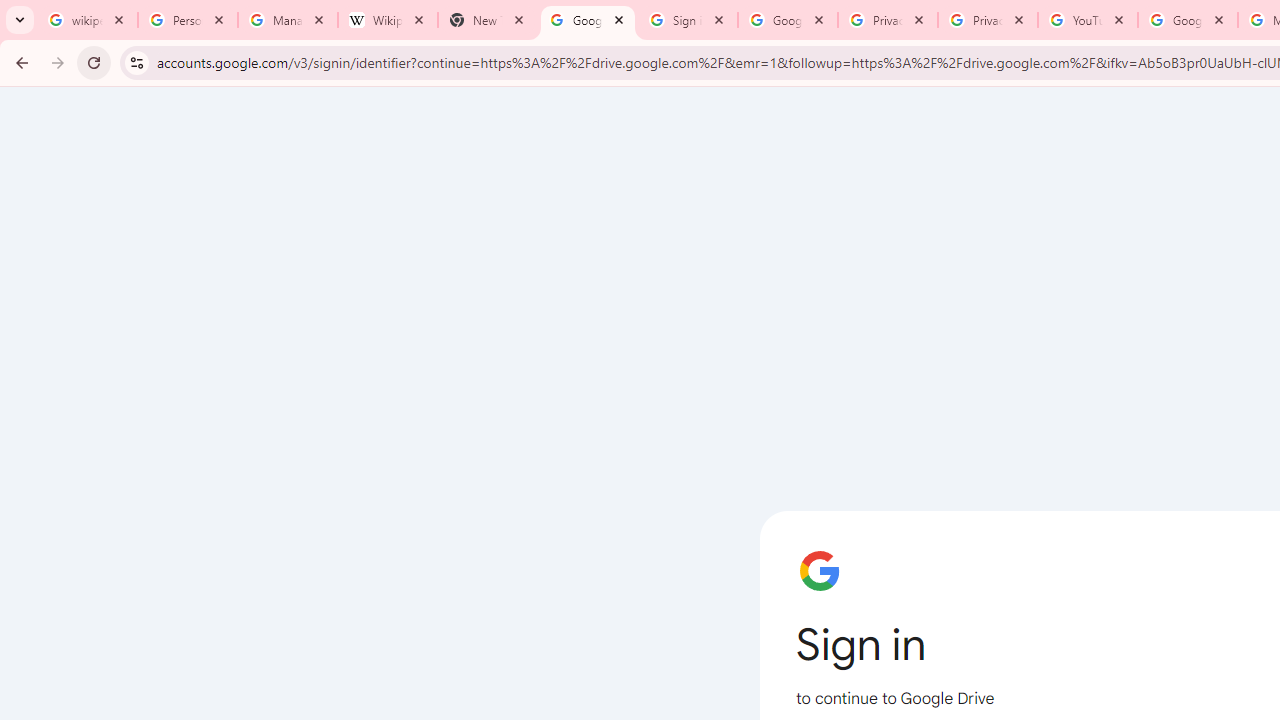  Describe the element at coordinates (787, 20) in the screenshot. I see `'Google Drive: Sign-in'` at that location.